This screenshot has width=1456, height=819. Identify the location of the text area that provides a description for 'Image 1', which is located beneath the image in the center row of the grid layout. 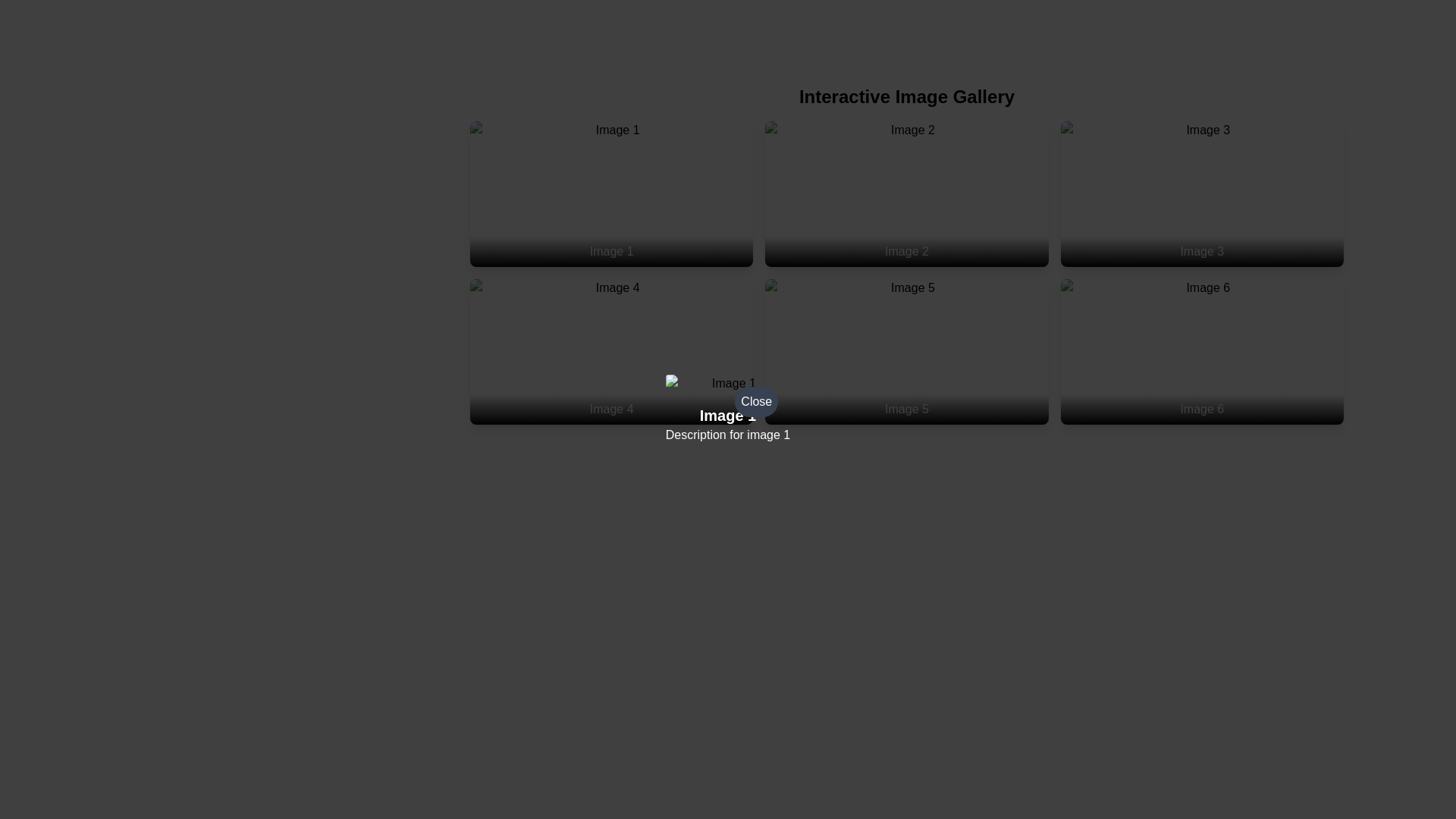
(728, 424).